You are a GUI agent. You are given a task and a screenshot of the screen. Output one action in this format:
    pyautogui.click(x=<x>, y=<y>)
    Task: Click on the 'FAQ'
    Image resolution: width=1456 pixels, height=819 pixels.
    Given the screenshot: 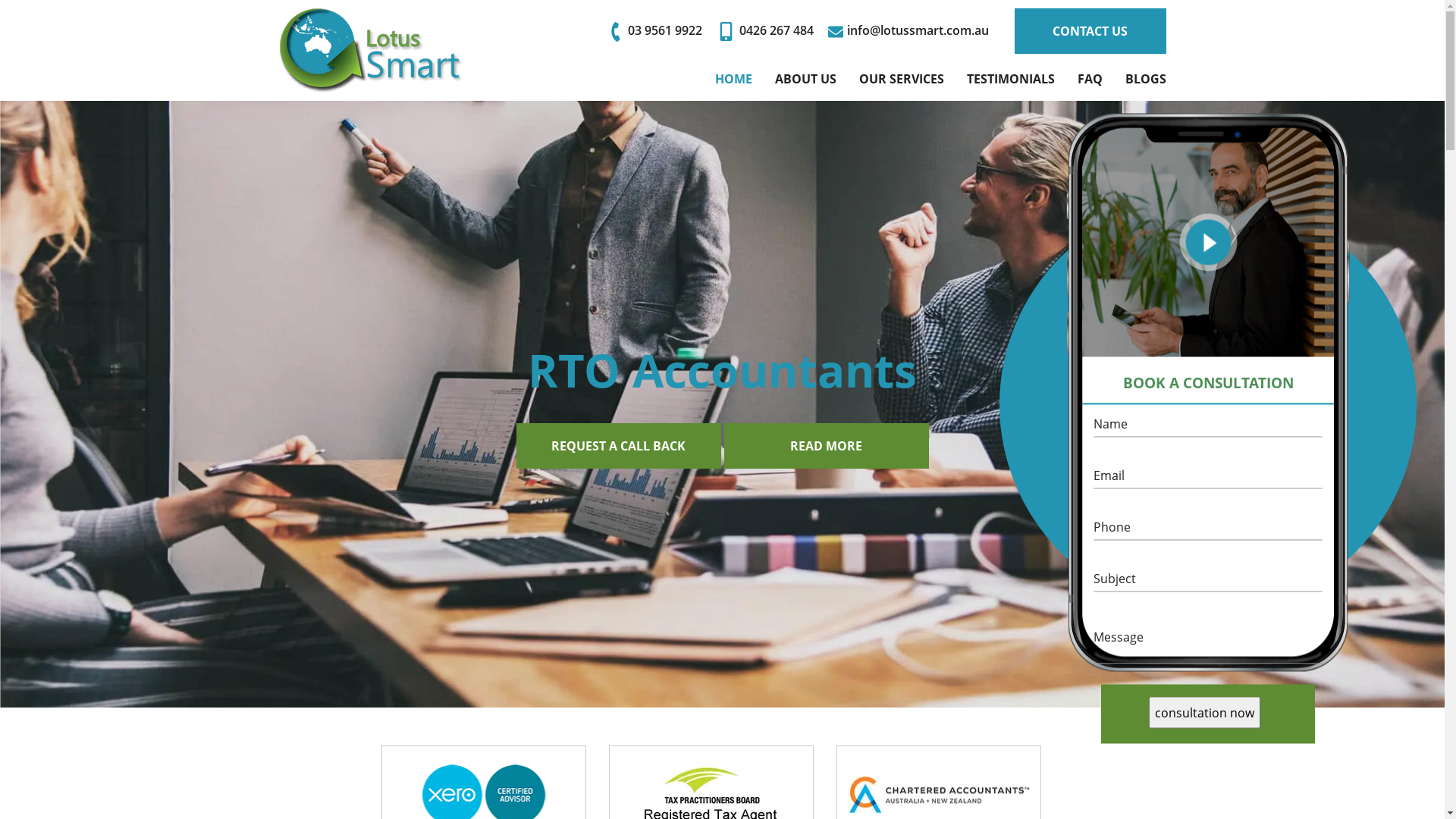 What is the action you would take?
    pyautogui.click(x=1088, y=79)
    